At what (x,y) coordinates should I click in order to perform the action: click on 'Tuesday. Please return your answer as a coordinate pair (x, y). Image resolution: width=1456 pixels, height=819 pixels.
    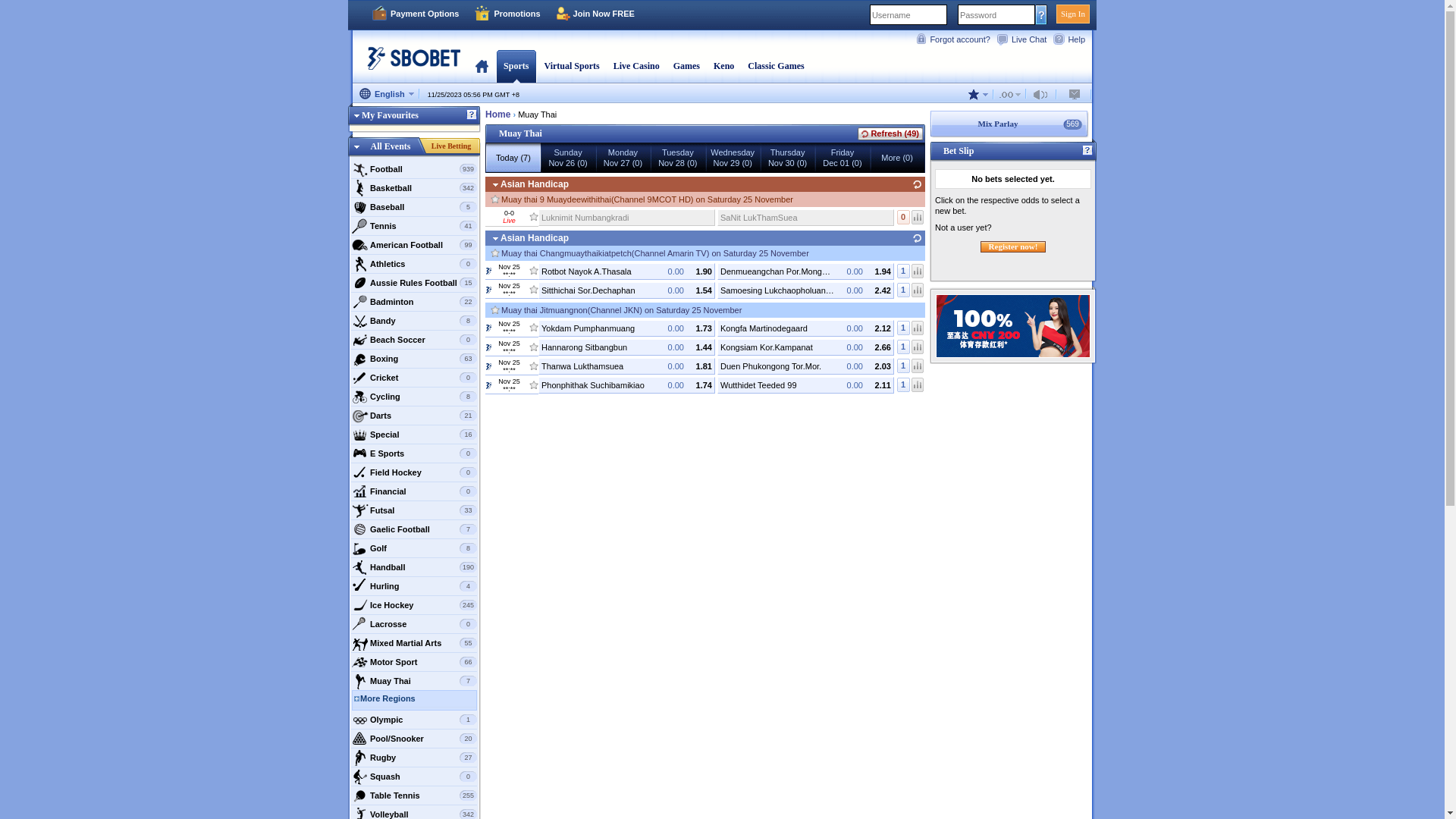
    Looking at the image, I should click on (676, 158).